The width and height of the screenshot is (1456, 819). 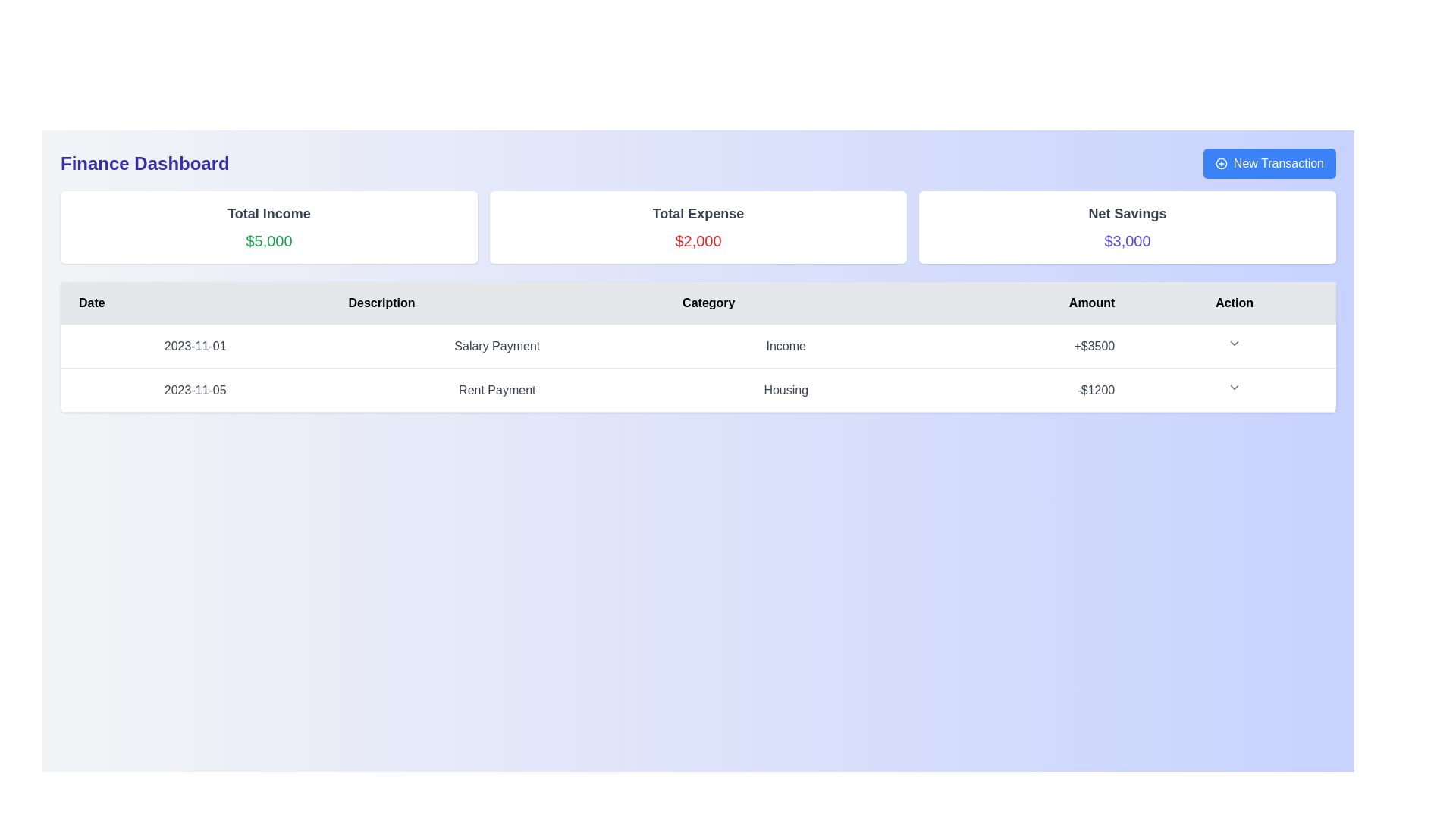 What do you see at coordinates (194, 389) in the screenshot?
I see `the static text label displaying the date '2023-11-05', which is located at the start of the second row in a tabular data layout and is the leftmost entry in that row` at bounding box center [194, 389].